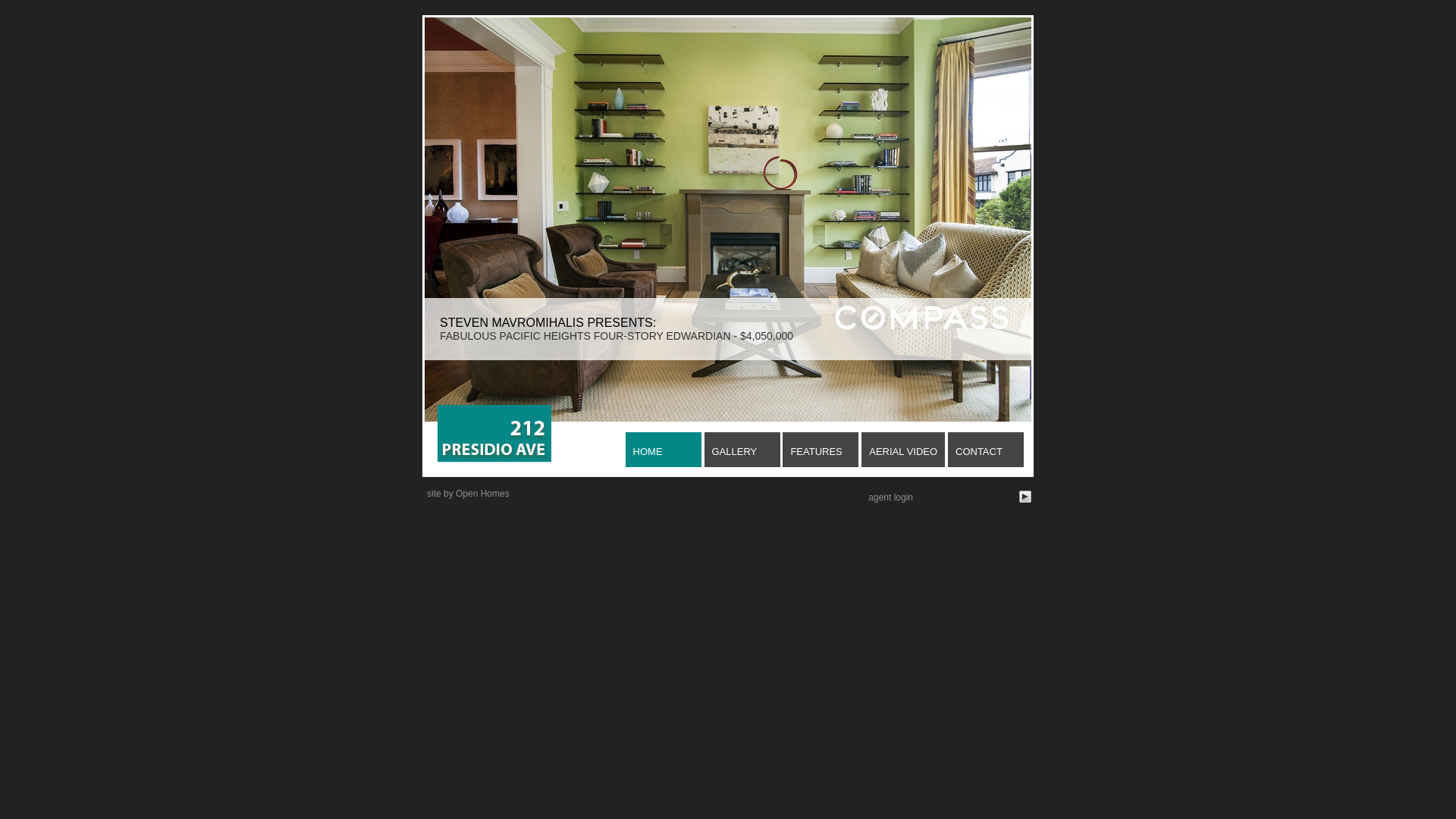  What do you see at coordinates (1025, 497) in the screenshot?
I see `'play'` at bounding box center [1025, 497].